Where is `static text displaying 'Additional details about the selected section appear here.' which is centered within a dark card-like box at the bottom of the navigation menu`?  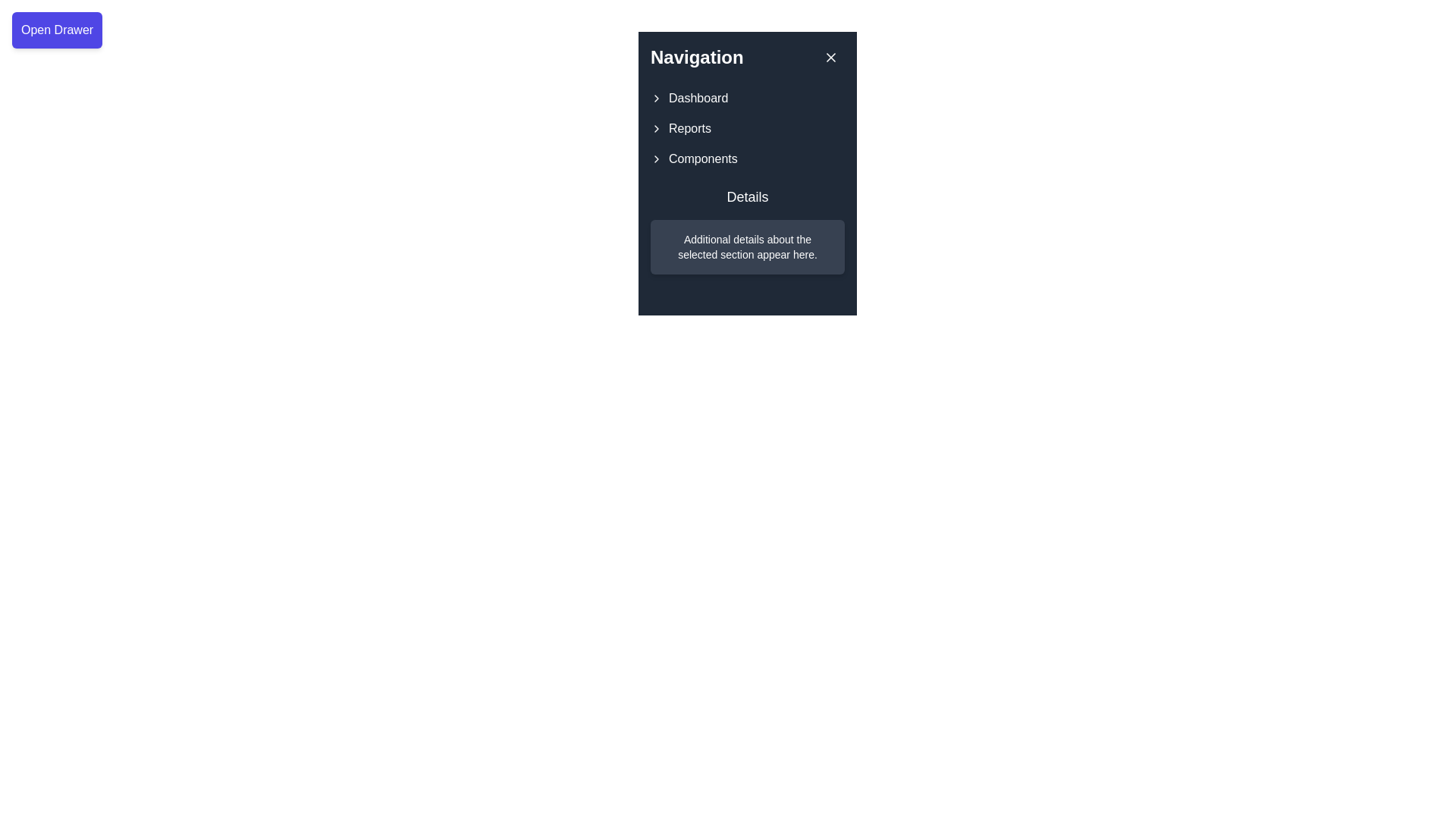 static text displaying 'Additional details about the selected section appear here.' which is centered within a dark card-like box at the bottom of the navigation menu is located at coordinates (747, 246).